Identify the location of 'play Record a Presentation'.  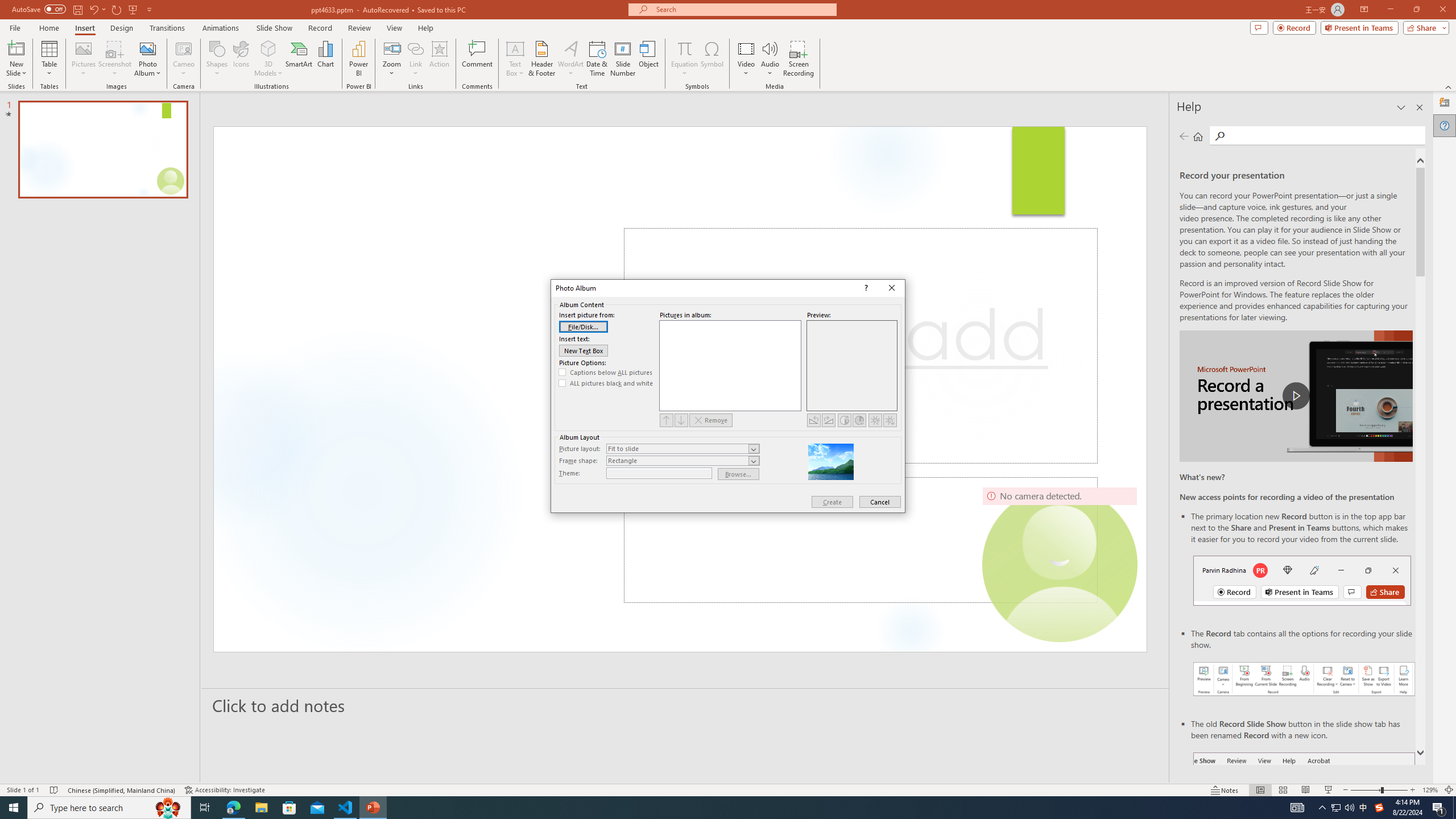
(1296, 396).